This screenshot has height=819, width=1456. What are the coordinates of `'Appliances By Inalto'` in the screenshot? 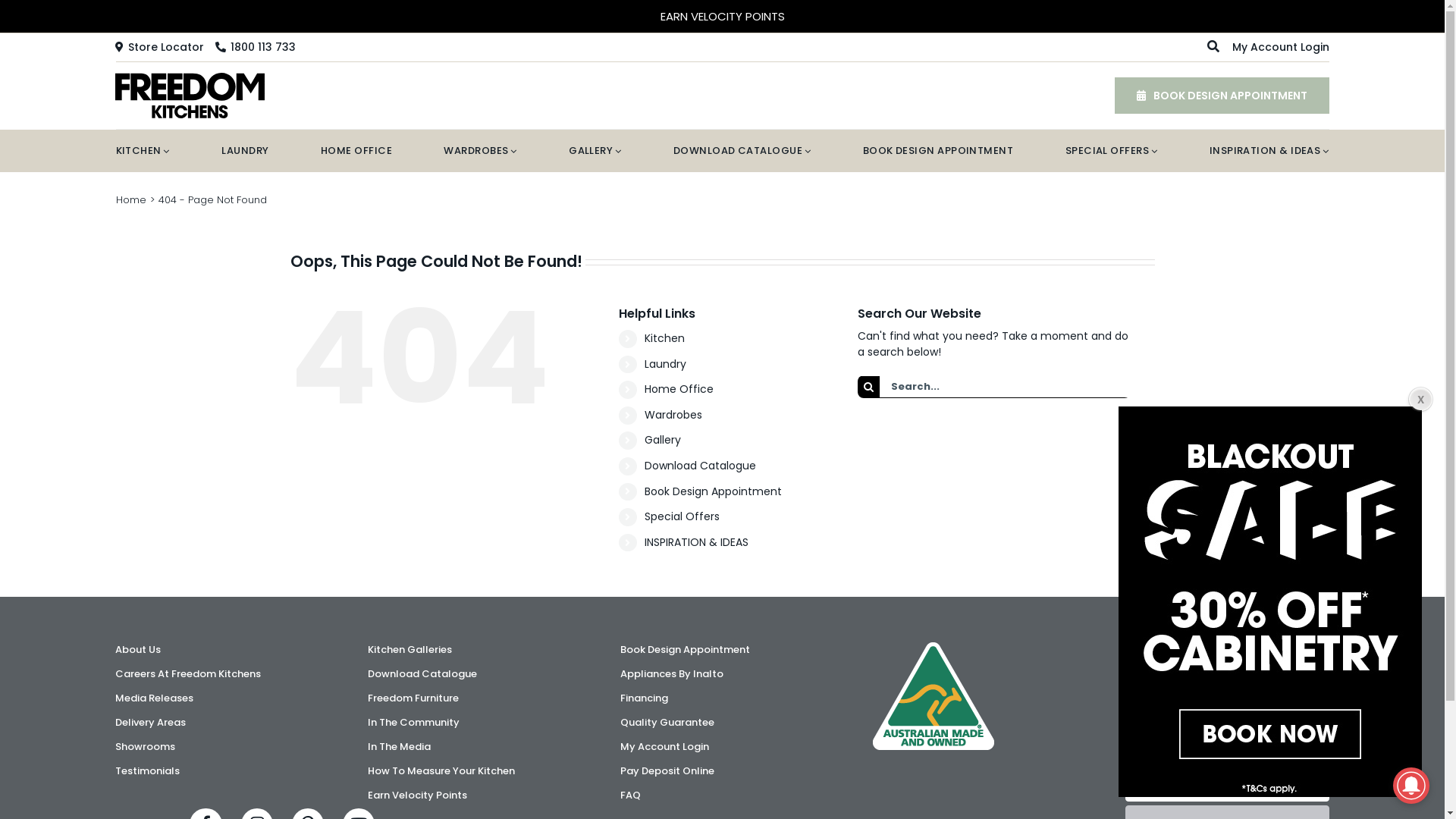 It's located at (721, 673).